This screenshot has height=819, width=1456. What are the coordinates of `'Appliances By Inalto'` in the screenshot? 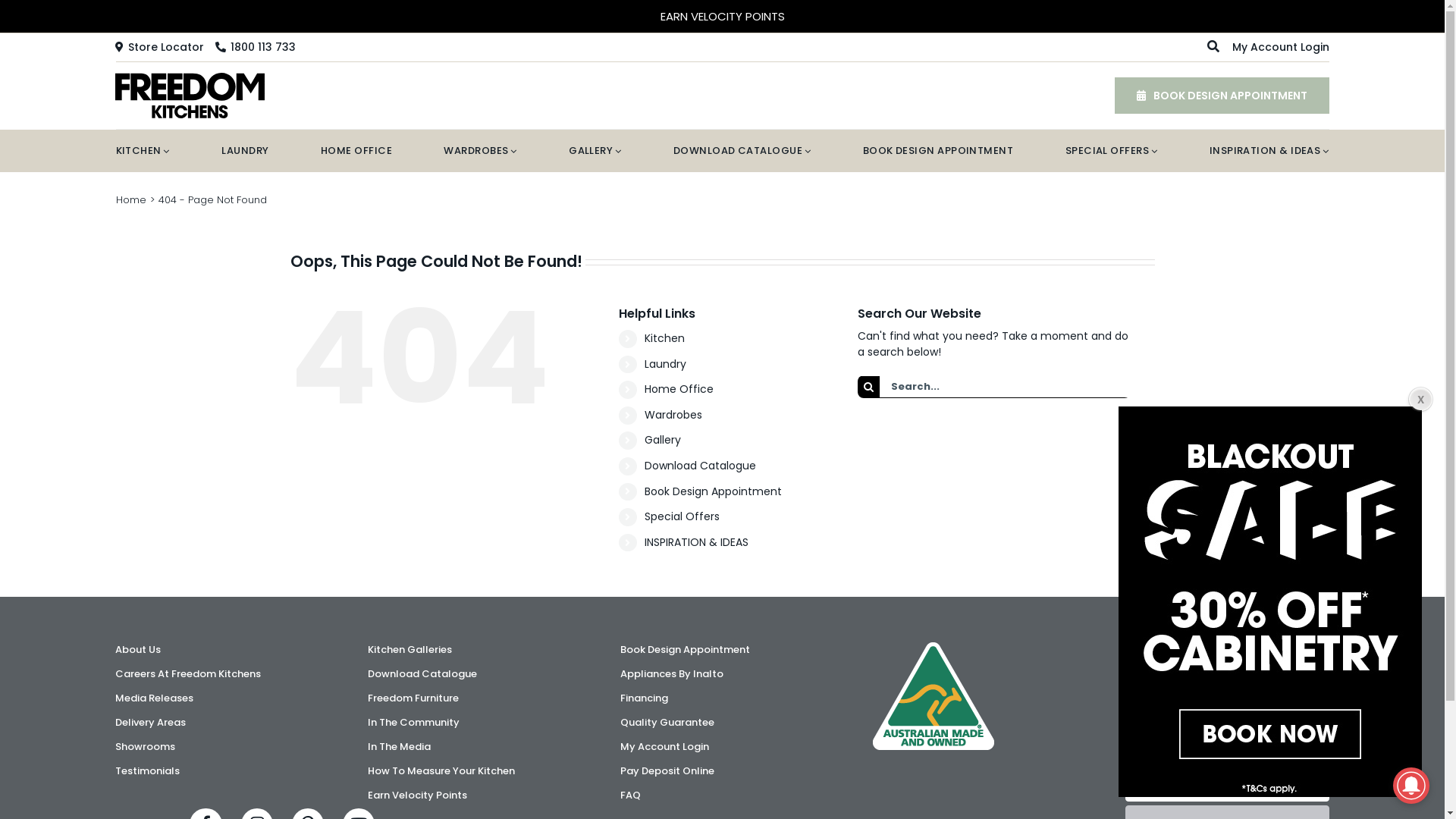 It's located at (721, 673).